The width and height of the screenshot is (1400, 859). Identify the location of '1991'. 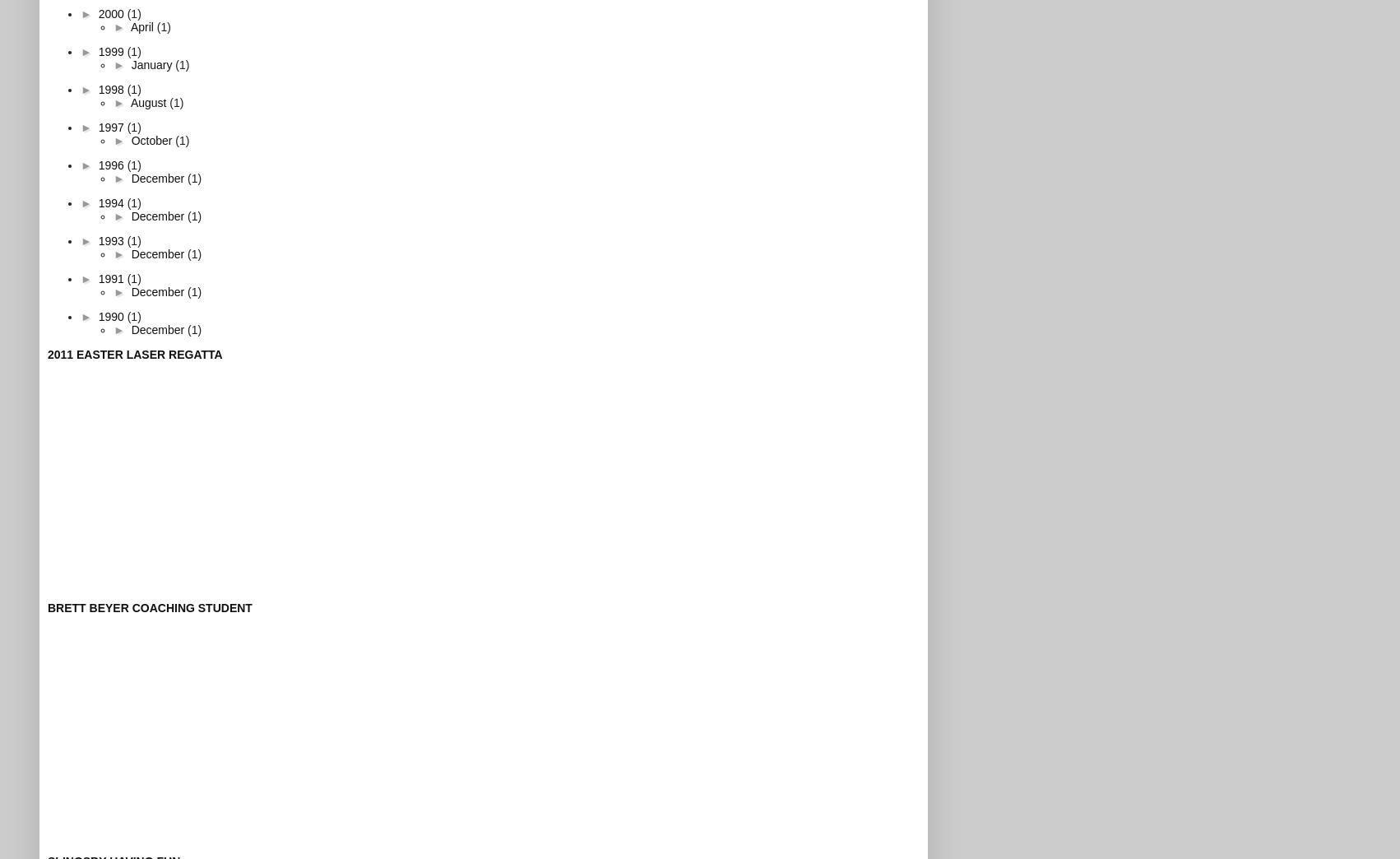
(97, 278).